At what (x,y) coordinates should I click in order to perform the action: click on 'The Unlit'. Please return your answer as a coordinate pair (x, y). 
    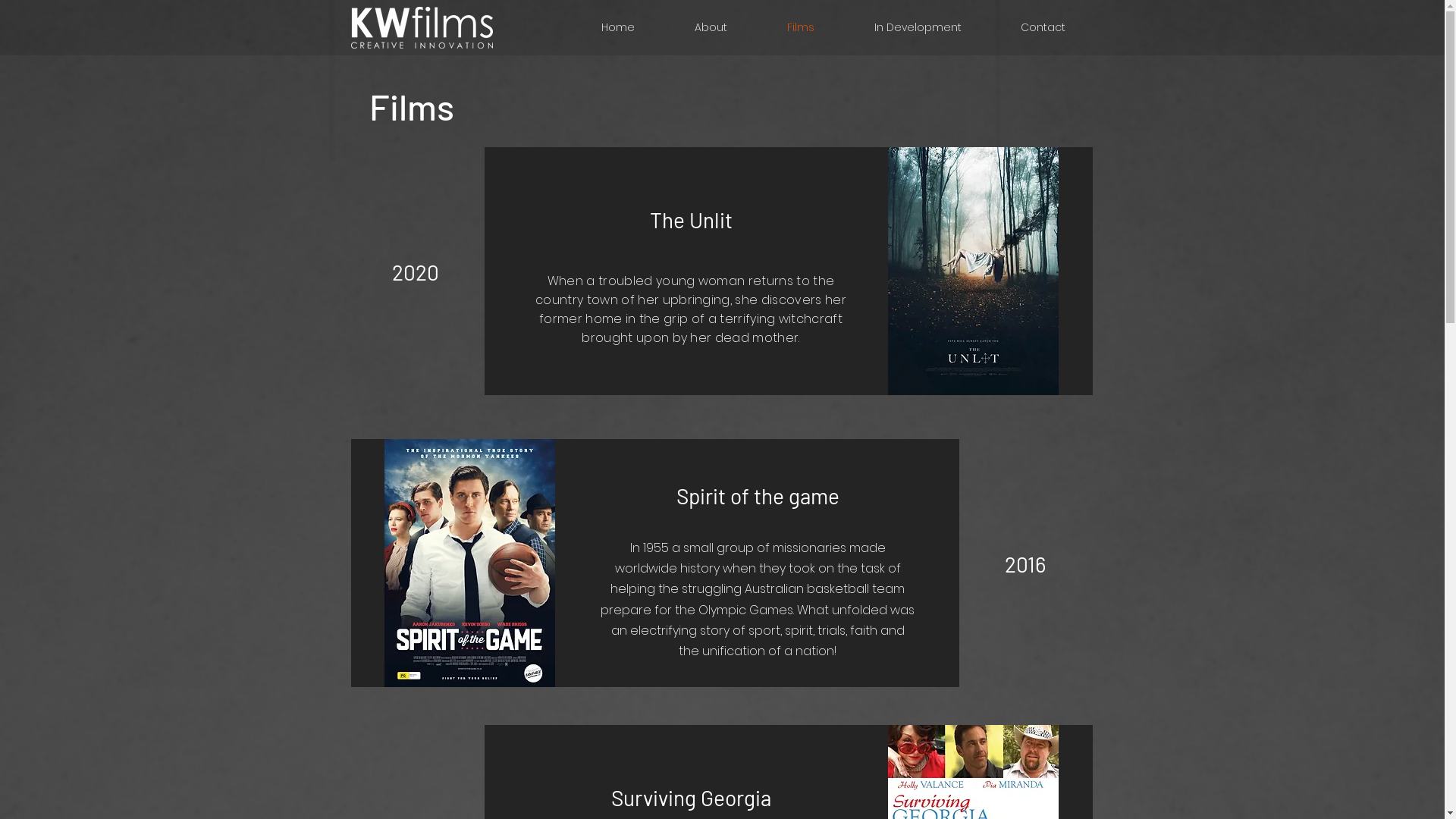
    Looking at the image, I should click on (648, 219).